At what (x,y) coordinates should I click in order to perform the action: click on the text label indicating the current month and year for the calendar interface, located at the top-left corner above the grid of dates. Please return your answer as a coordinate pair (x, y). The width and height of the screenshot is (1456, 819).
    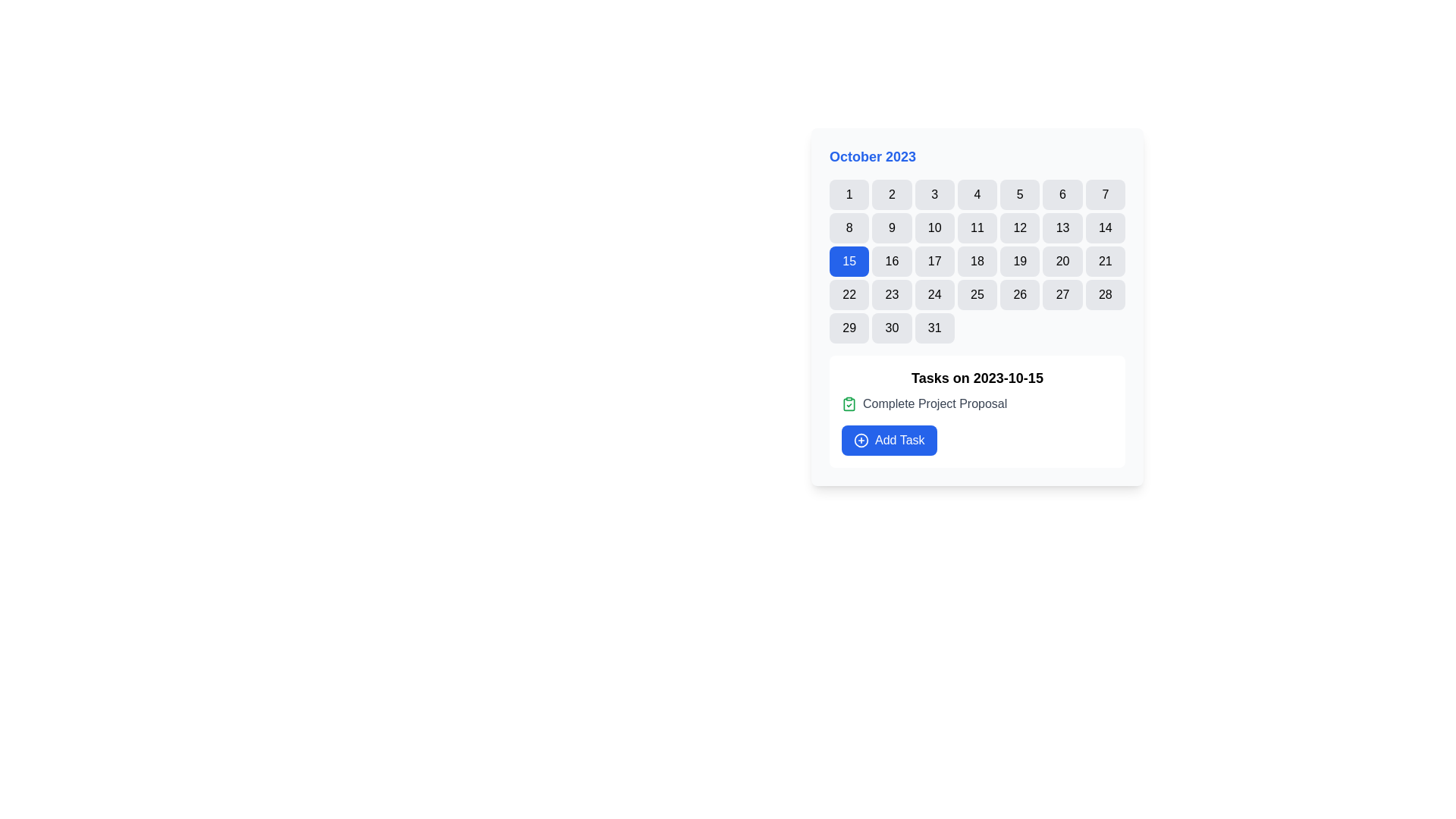
    Looking at the image, I should click on (873, 157).